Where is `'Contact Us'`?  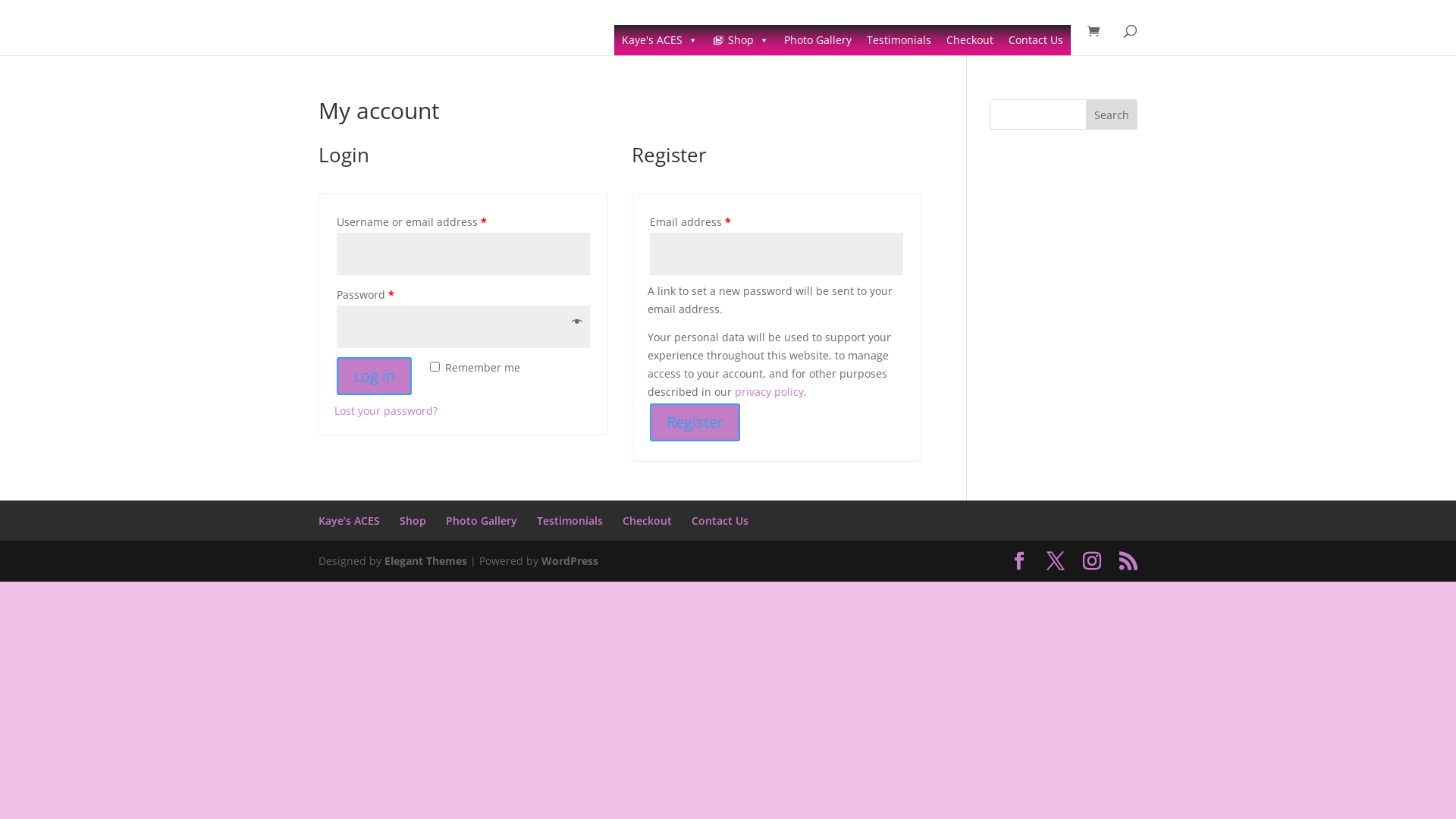 'Contact Us' is located at coordinates (1035, 39).